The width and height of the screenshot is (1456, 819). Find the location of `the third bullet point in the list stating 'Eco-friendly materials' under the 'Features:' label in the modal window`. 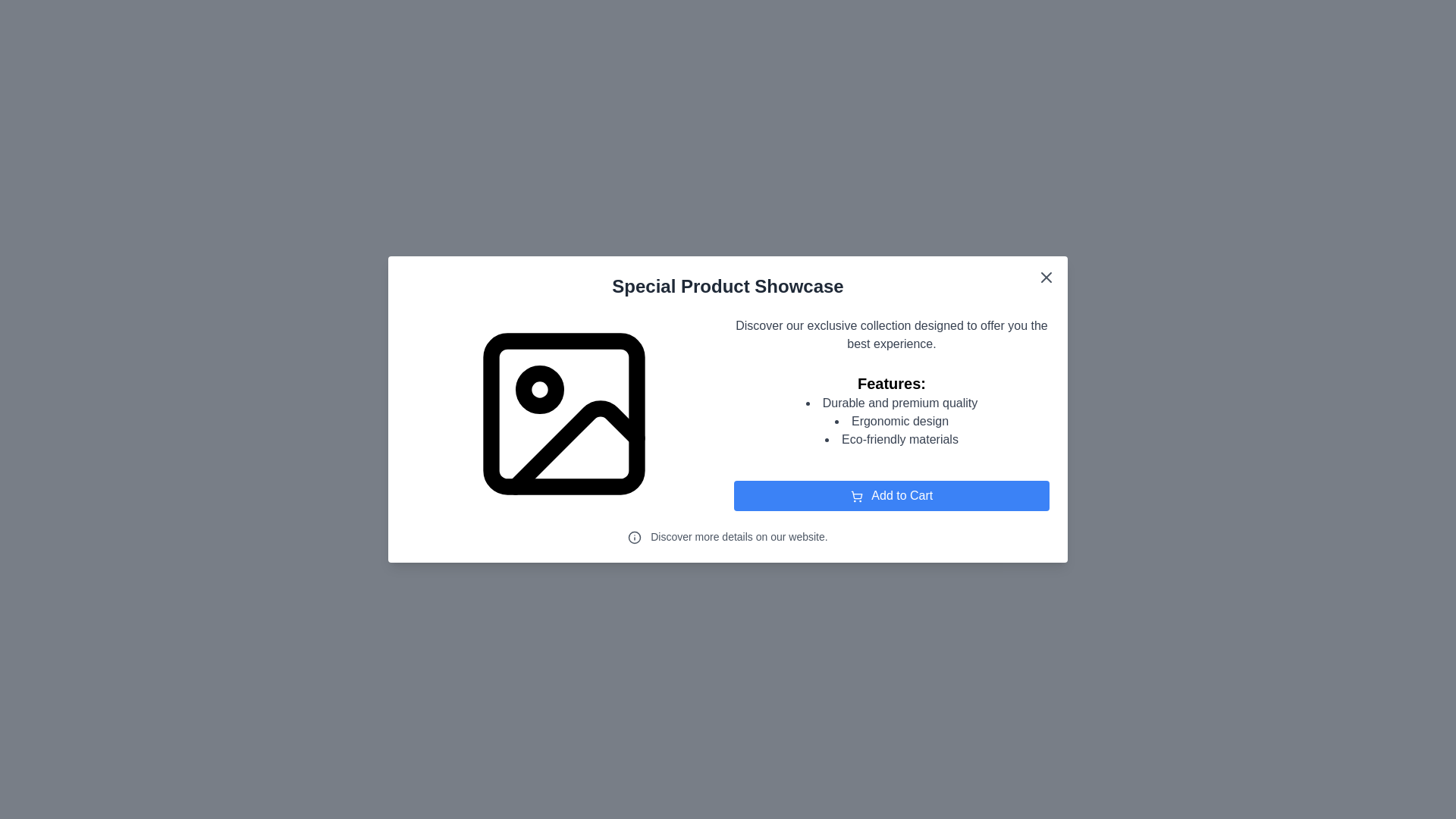

the third bullet point in the list stating 'Eco-friendly materials' under the 'Features:' label in the modal window is located at coordinates (892, 438).